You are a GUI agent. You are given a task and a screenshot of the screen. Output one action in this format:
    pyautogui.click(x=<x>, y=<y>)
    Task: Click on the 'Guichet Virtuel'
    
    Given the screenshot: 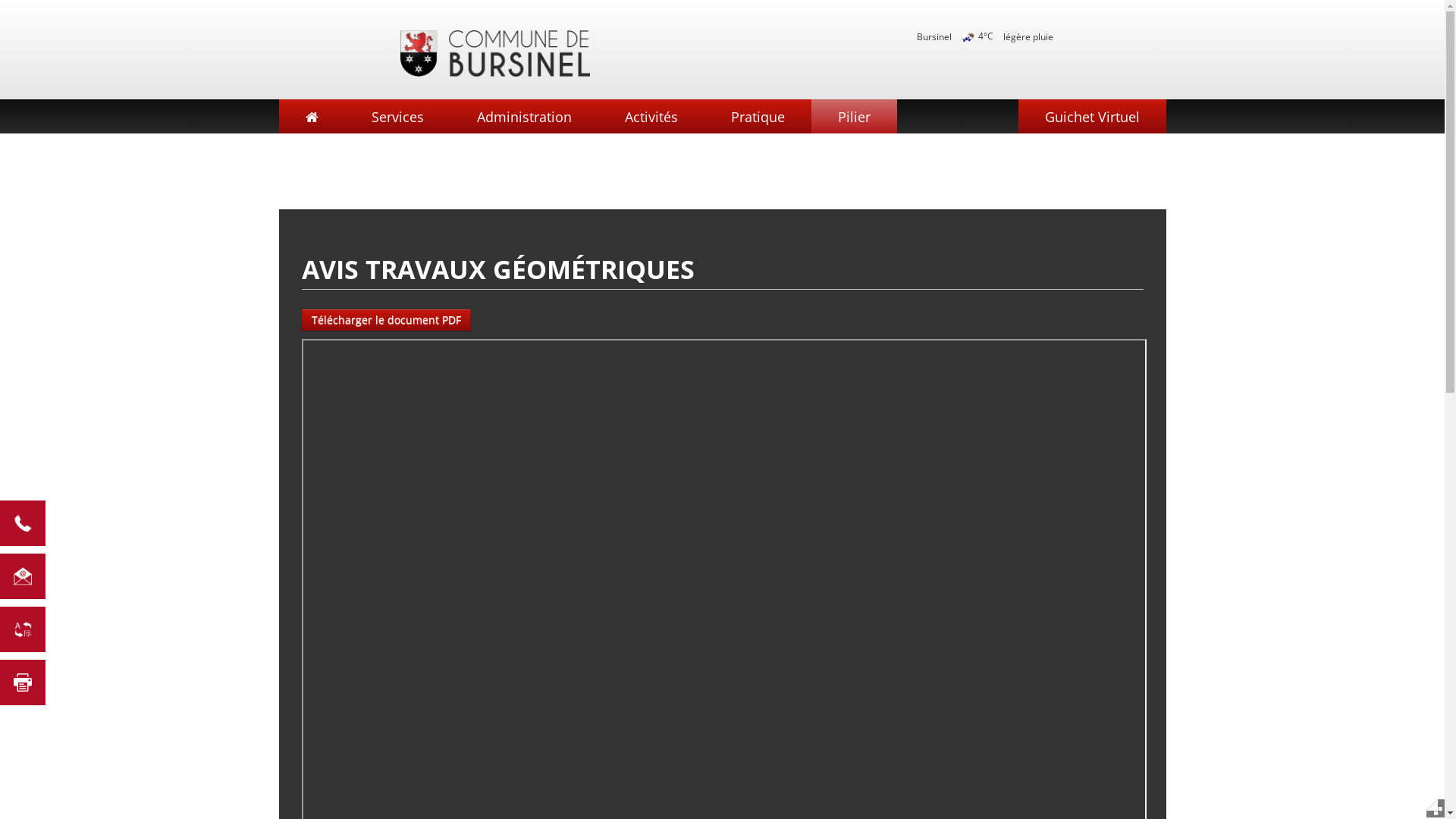 What is the action you would take?
    pyautogui.click(x=1090, y=115)
    